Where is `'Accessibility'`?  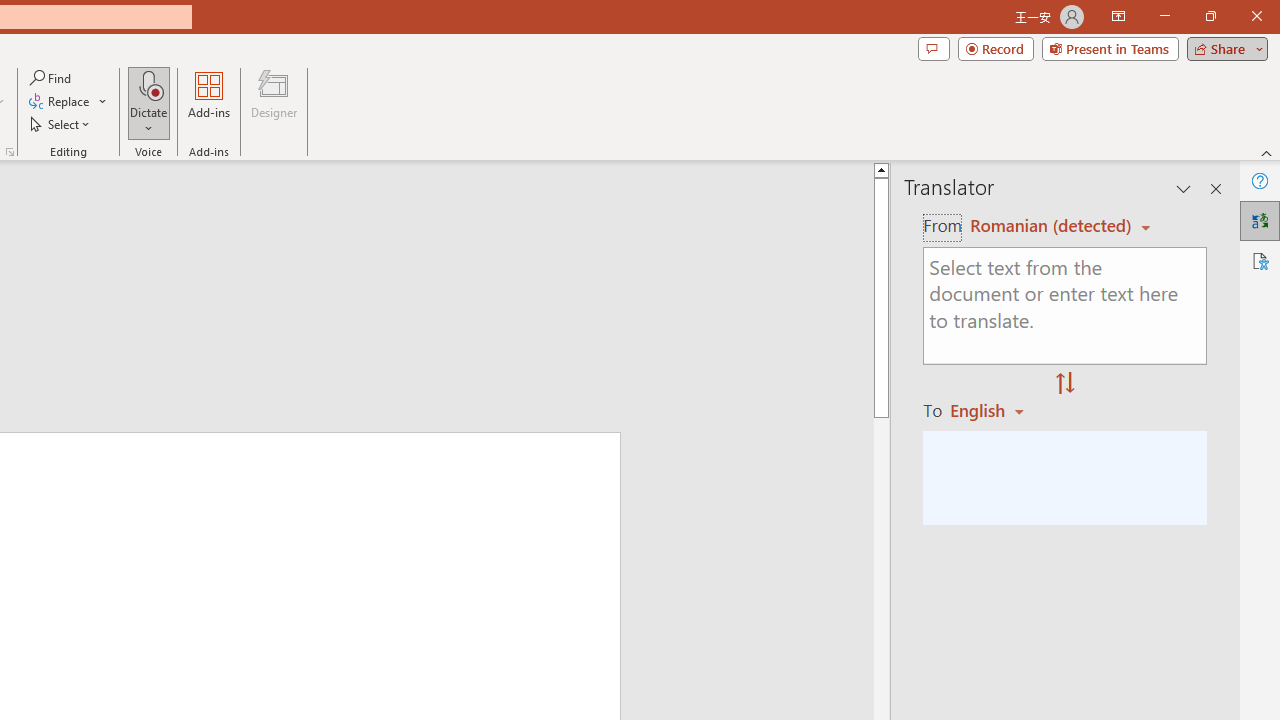 'Accessibility' is located at coordinates (1259, 260).